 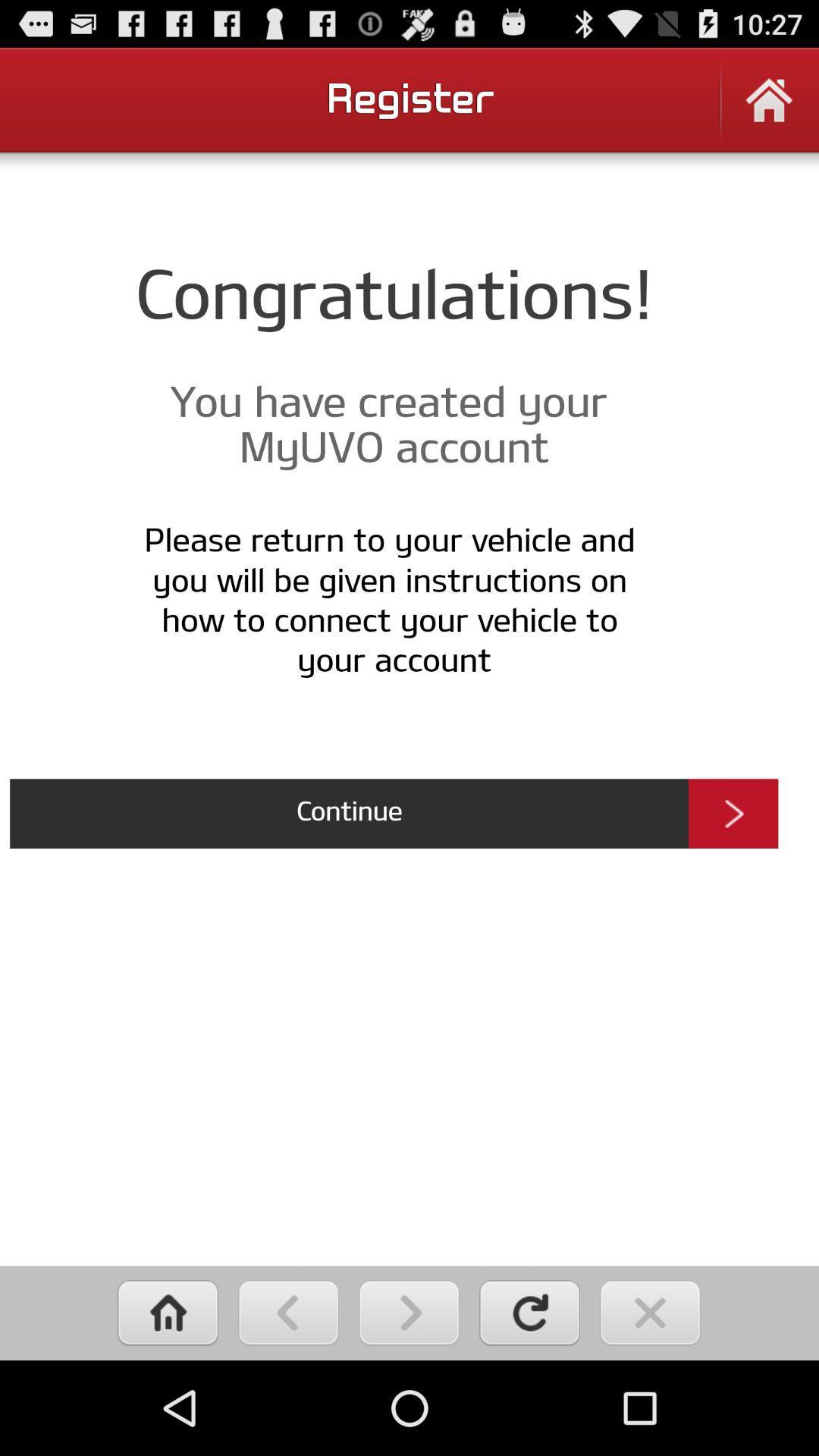 What do you see at coordinates (168, 1312) in the screenshot?
I see `return to the home screen` at bounding box center [168, 1312].